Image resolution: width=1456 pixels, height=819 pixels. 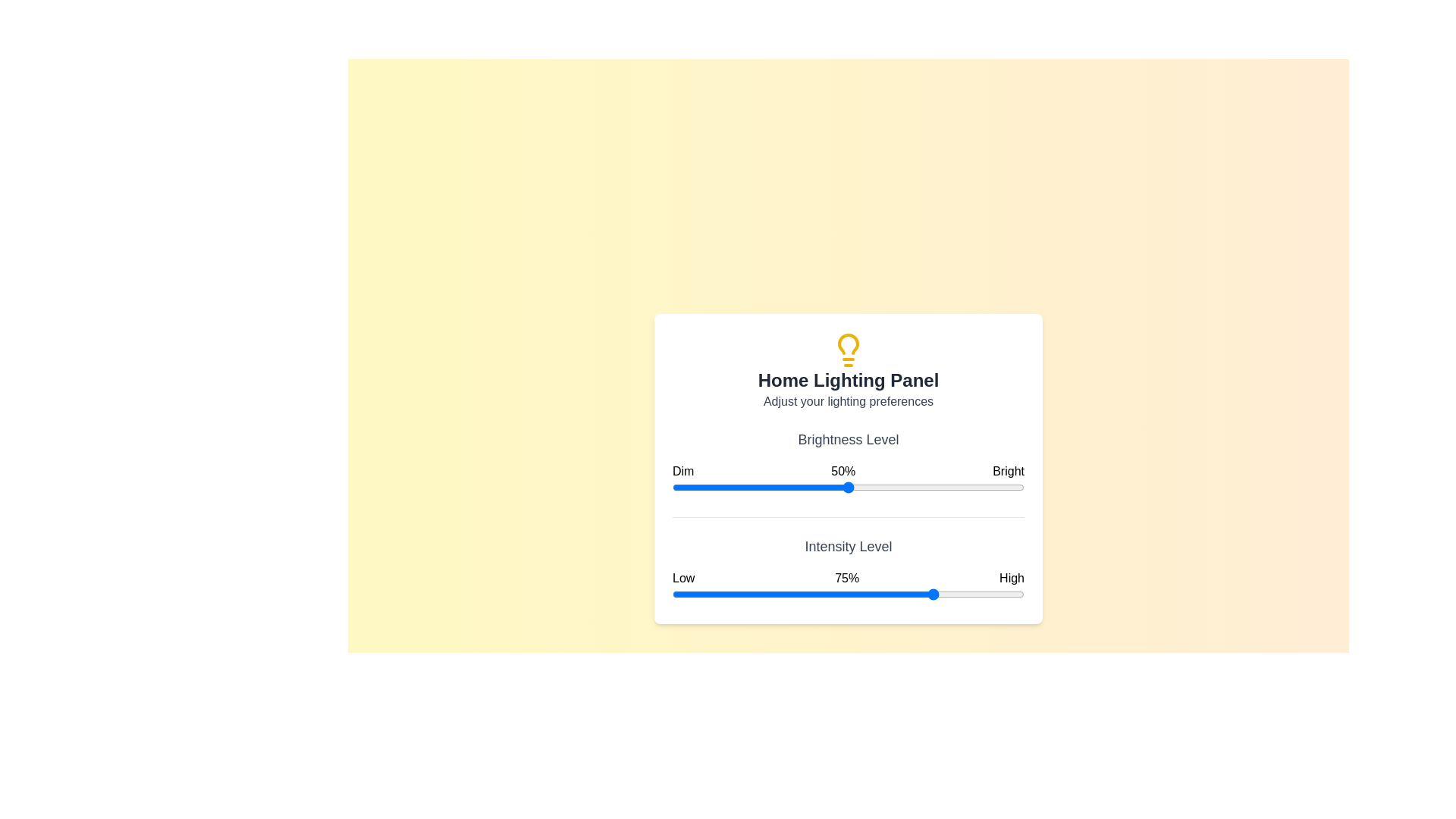 What do you see at coordinates (847, 467) in the screenshot?
I see `the sliders on the white panel with rounded edges` at bounding box center [847, 467].